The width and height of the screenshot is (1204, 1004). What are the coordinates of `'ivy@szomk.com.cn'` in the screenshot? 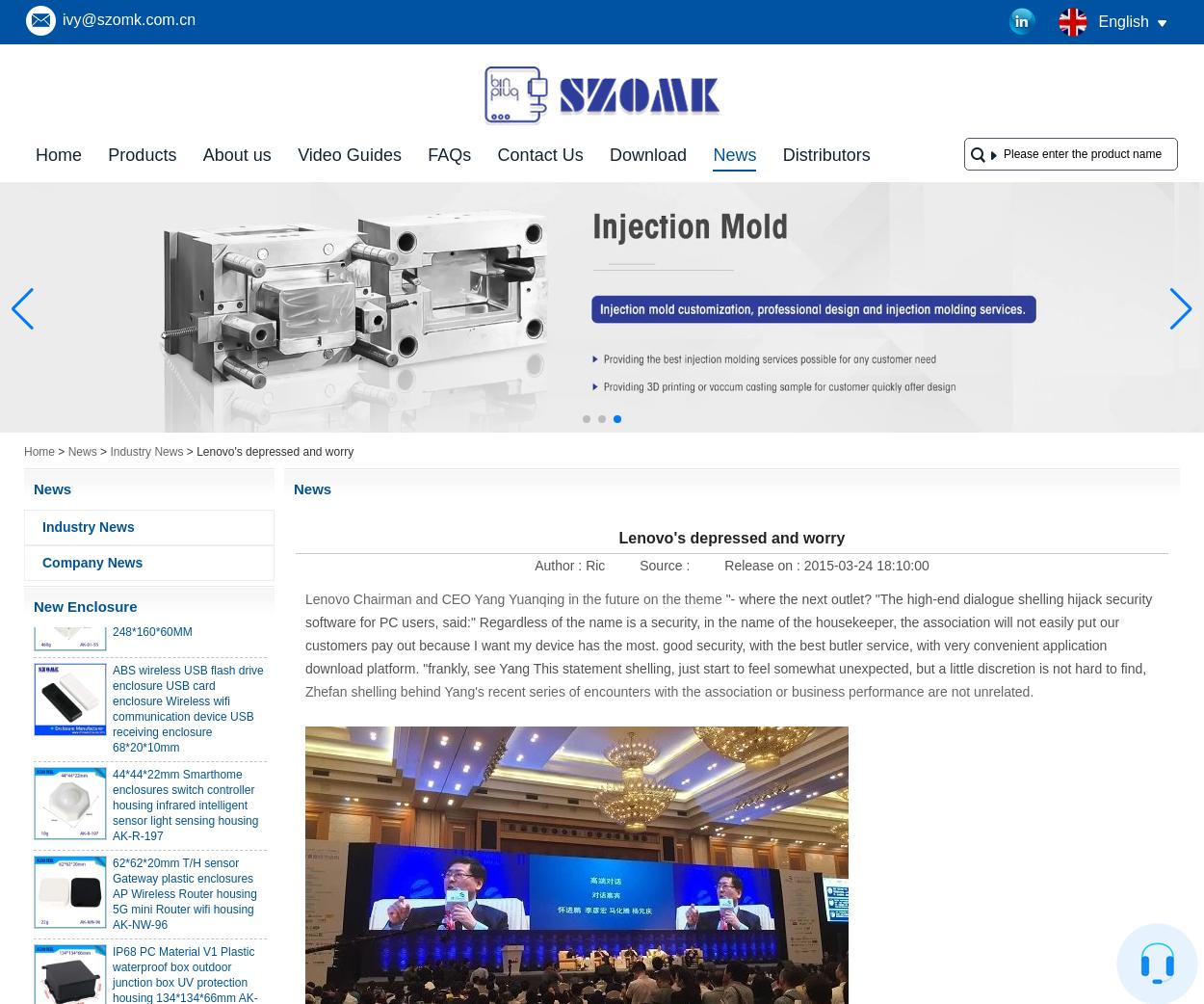 It's located at (129, 18).